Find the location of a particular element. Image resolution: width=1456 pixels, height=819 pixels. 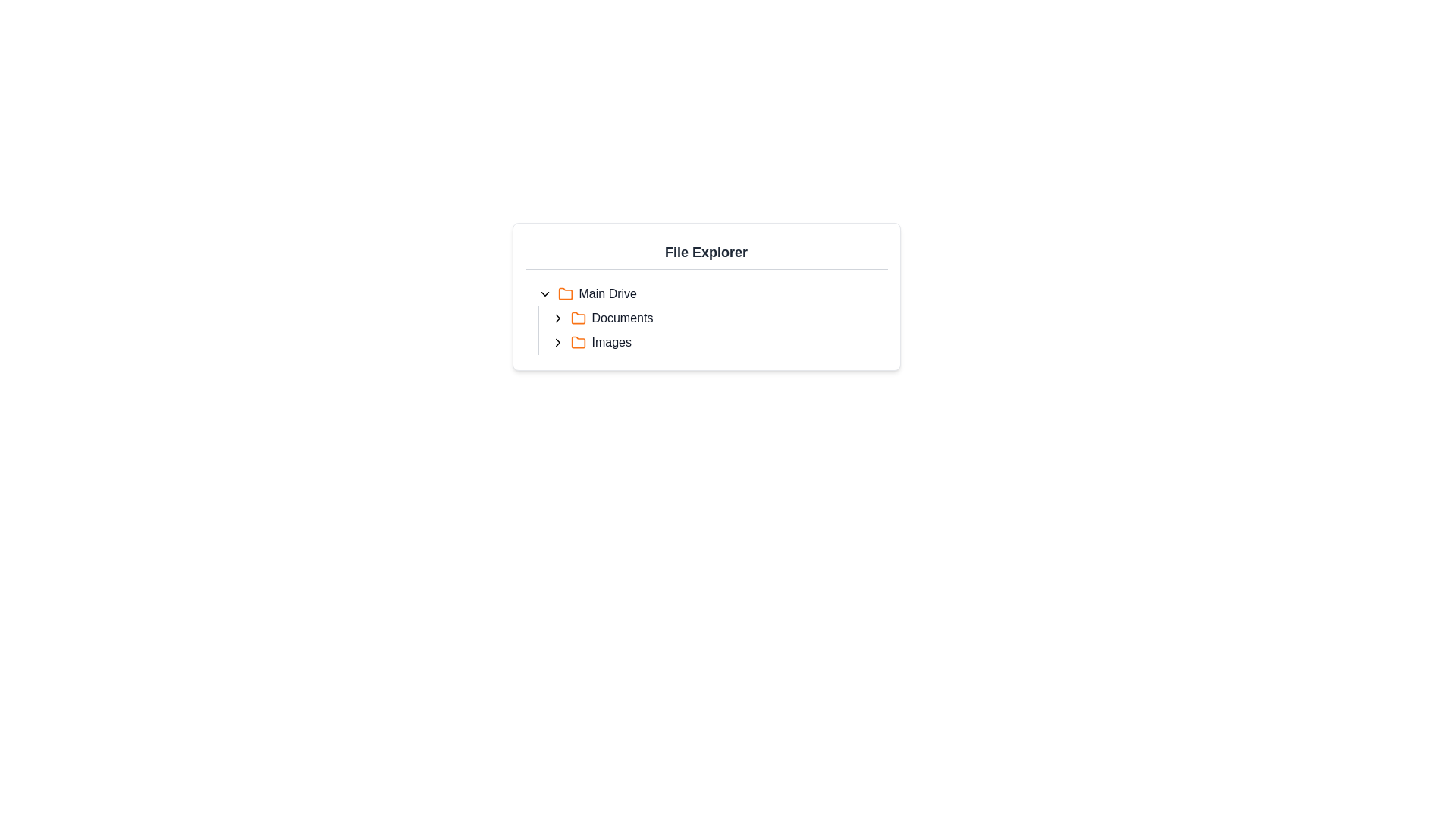

the 'Documents' item is located at coordinates (705, 318).